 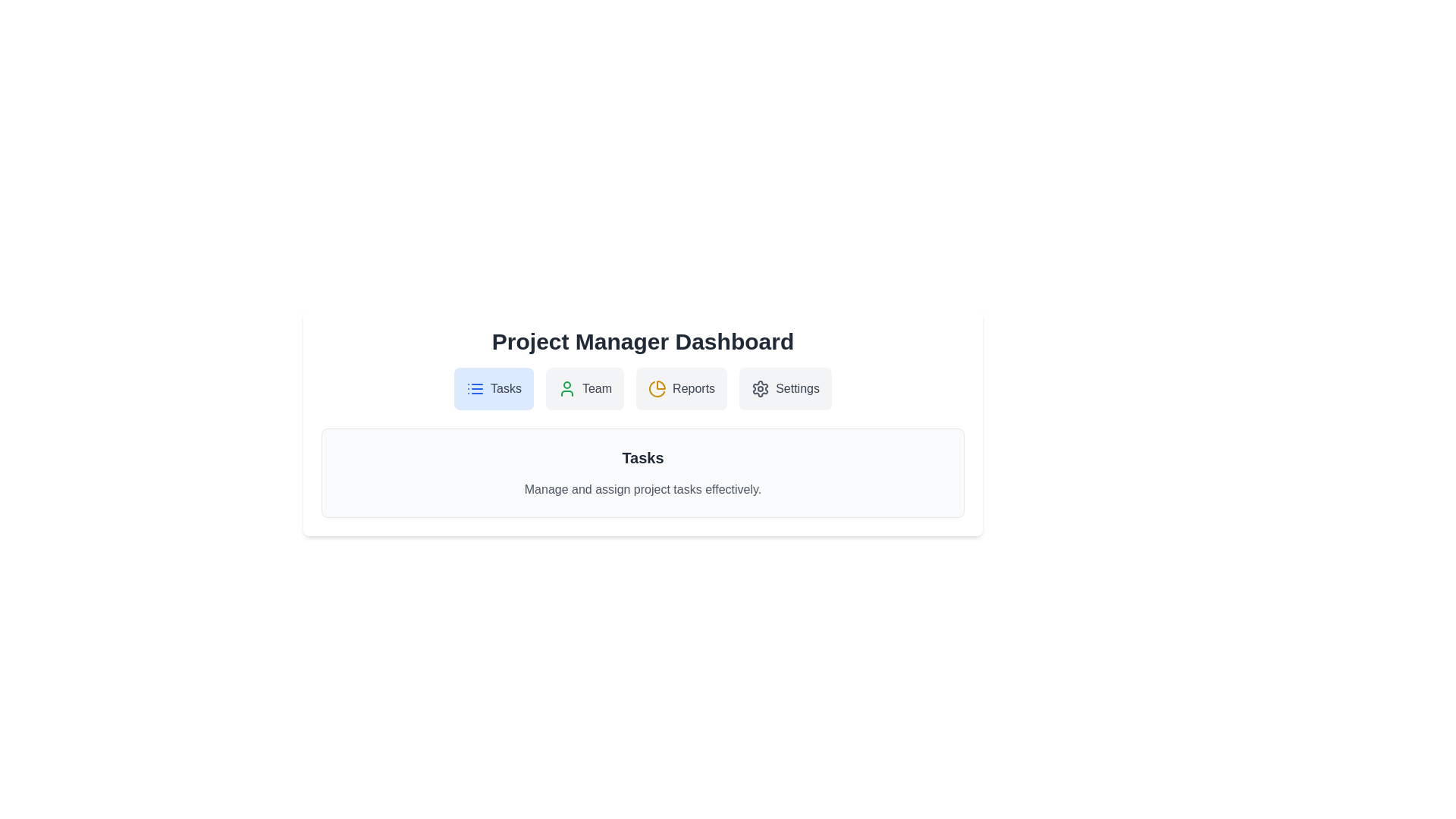 What do you see at coordinates (494, 388) in the screenshot?
I see `the Tasks tab` at bounding box center [494, 388].